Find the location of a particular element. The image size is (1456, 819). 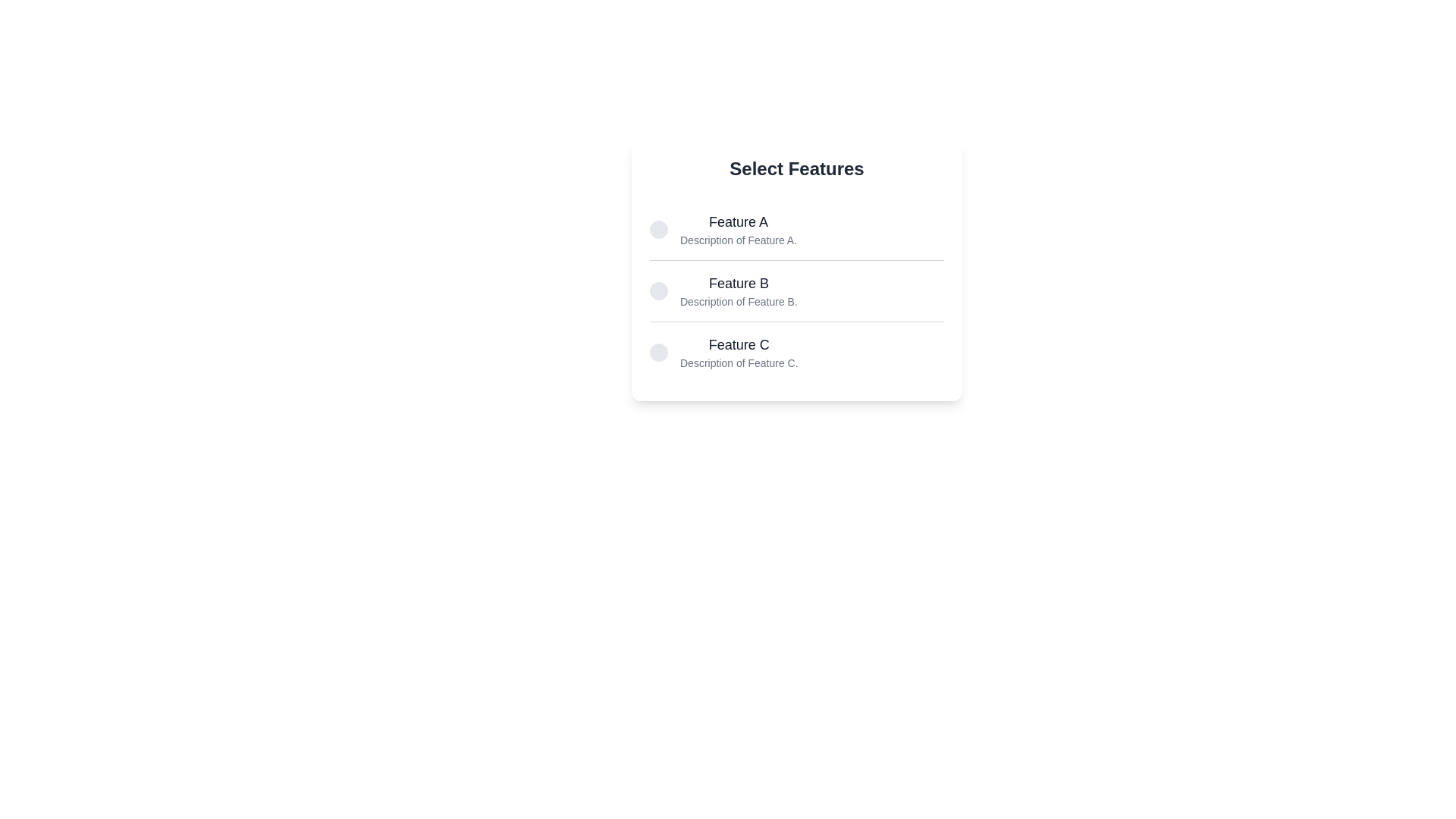

the first selectable option in the list labeled 'Feature A' is located at coordinates (796, 230).